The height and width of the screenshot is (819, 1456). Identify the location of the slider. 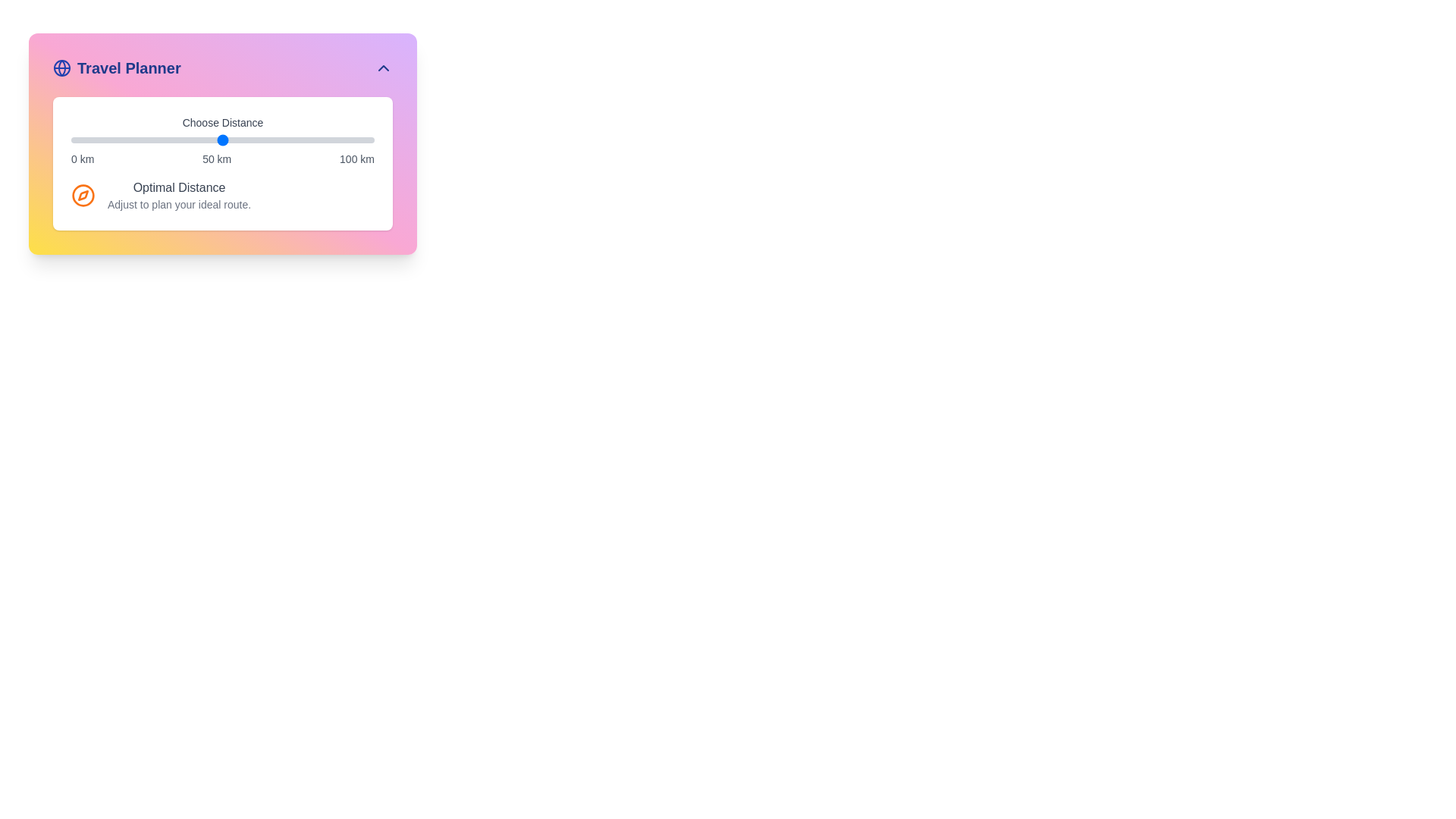
(312, 140).